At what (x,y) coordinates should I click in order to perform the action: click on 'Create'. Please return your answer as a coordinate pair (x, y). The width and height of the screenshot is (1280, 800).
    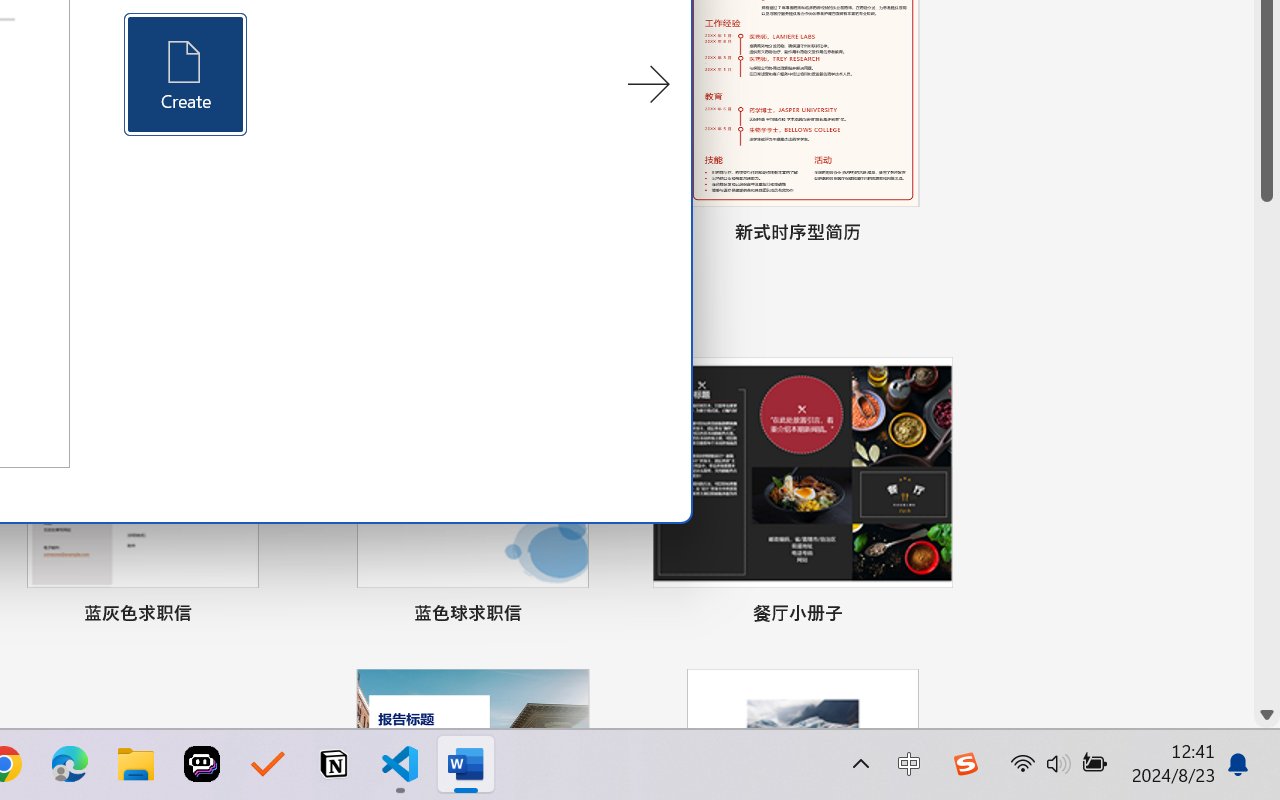
    Looking at the image, I should click on (185, 74).